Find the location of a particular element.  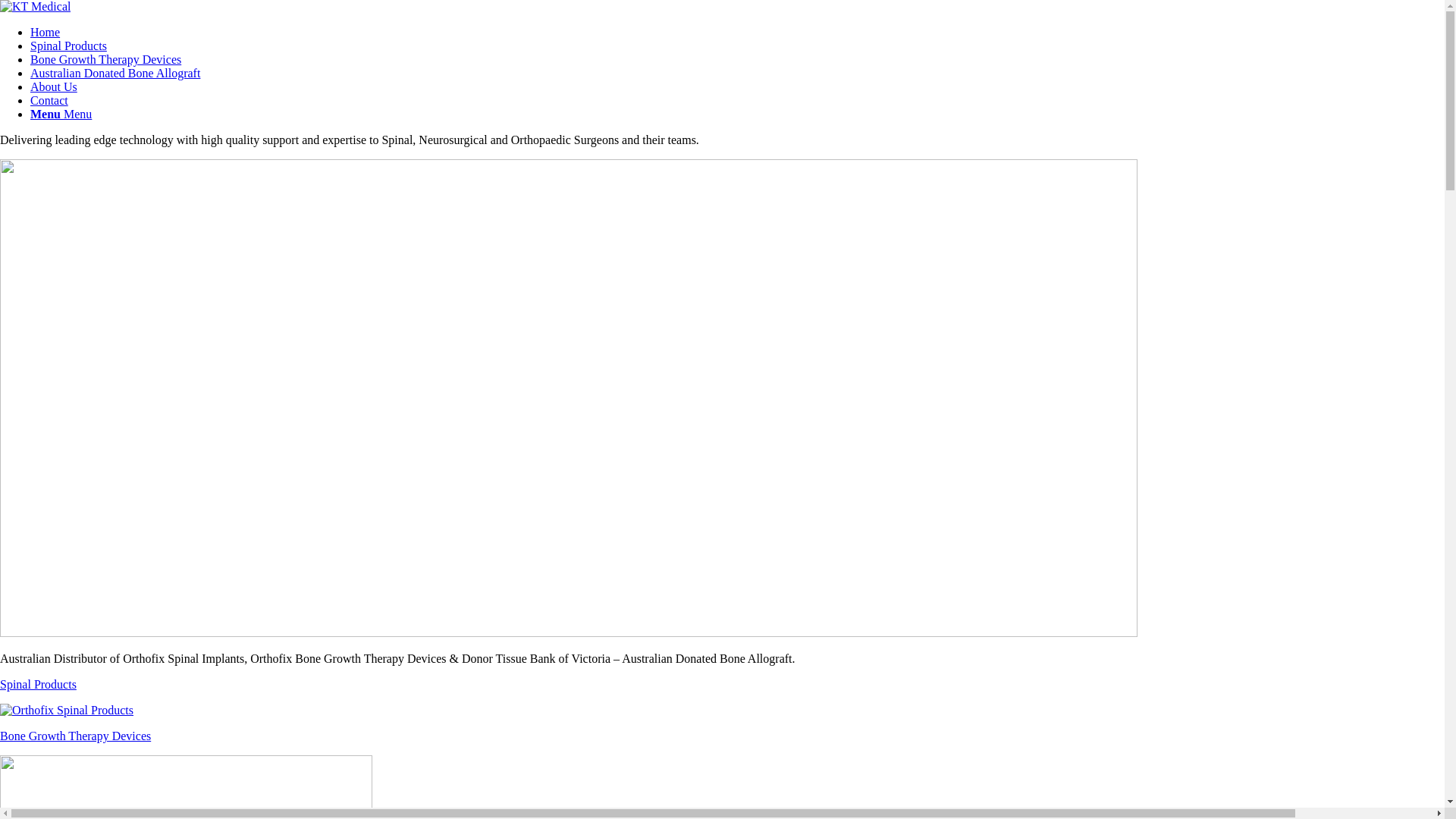

'About Us' is located at coordinates (30, 86).